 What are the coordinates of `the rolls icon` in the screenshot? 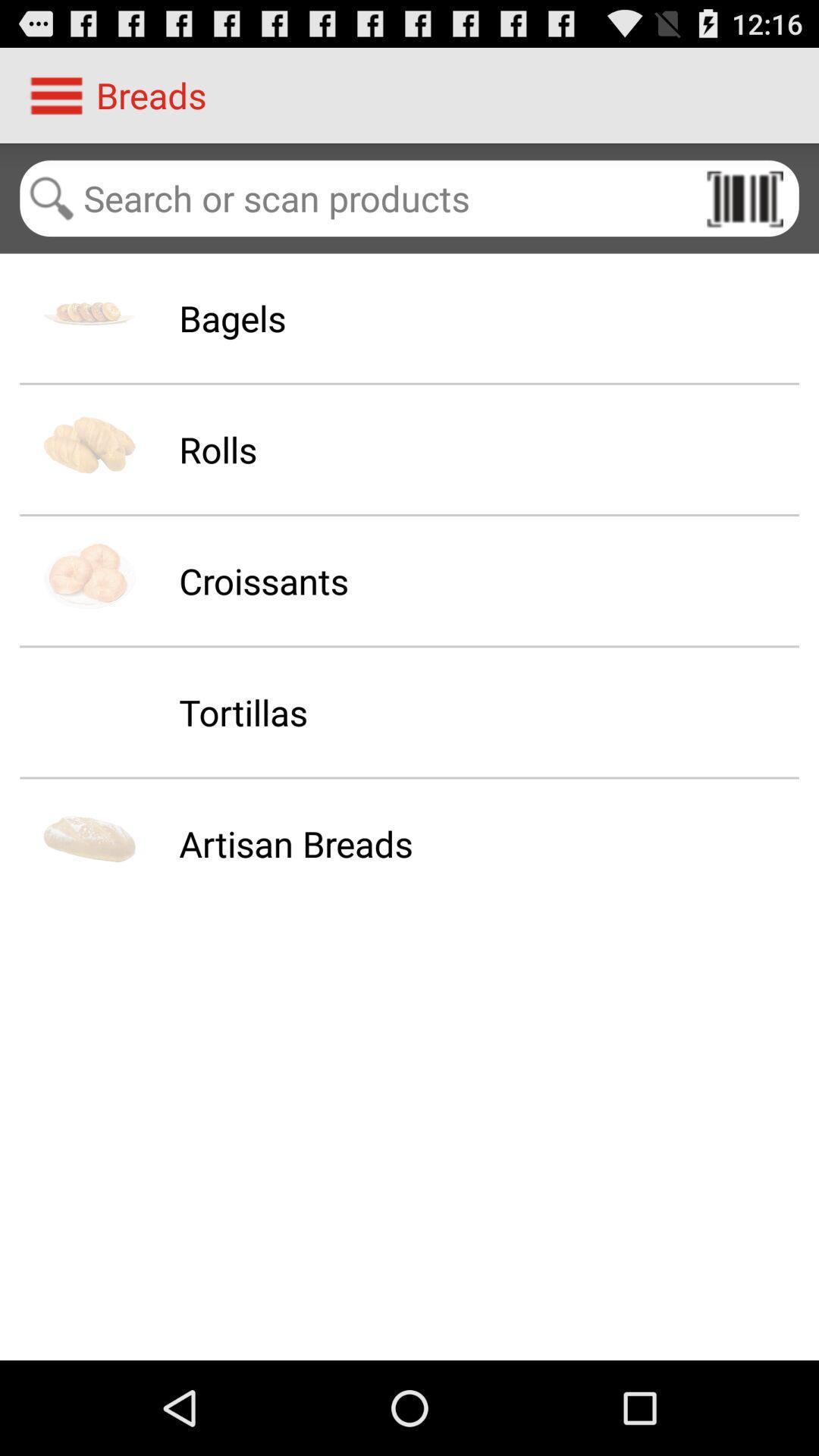 It's located at (218, 448).